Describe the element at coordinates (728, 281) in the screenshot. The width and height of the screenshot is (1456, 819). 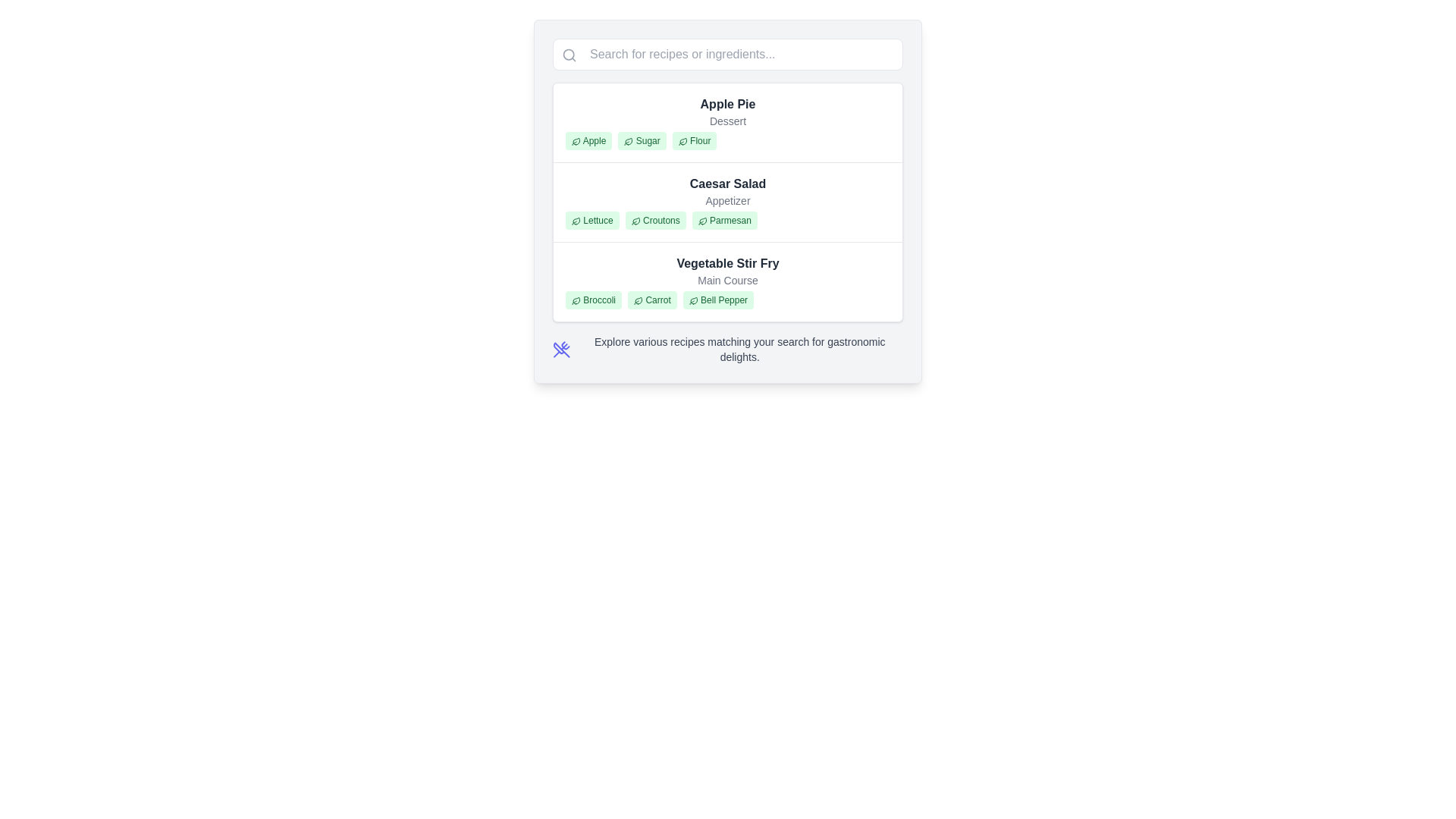
I see `the 'Main Course' label, which is styled in gray and located beneath the 'Vegetable Stir Fry' heading` at that location.